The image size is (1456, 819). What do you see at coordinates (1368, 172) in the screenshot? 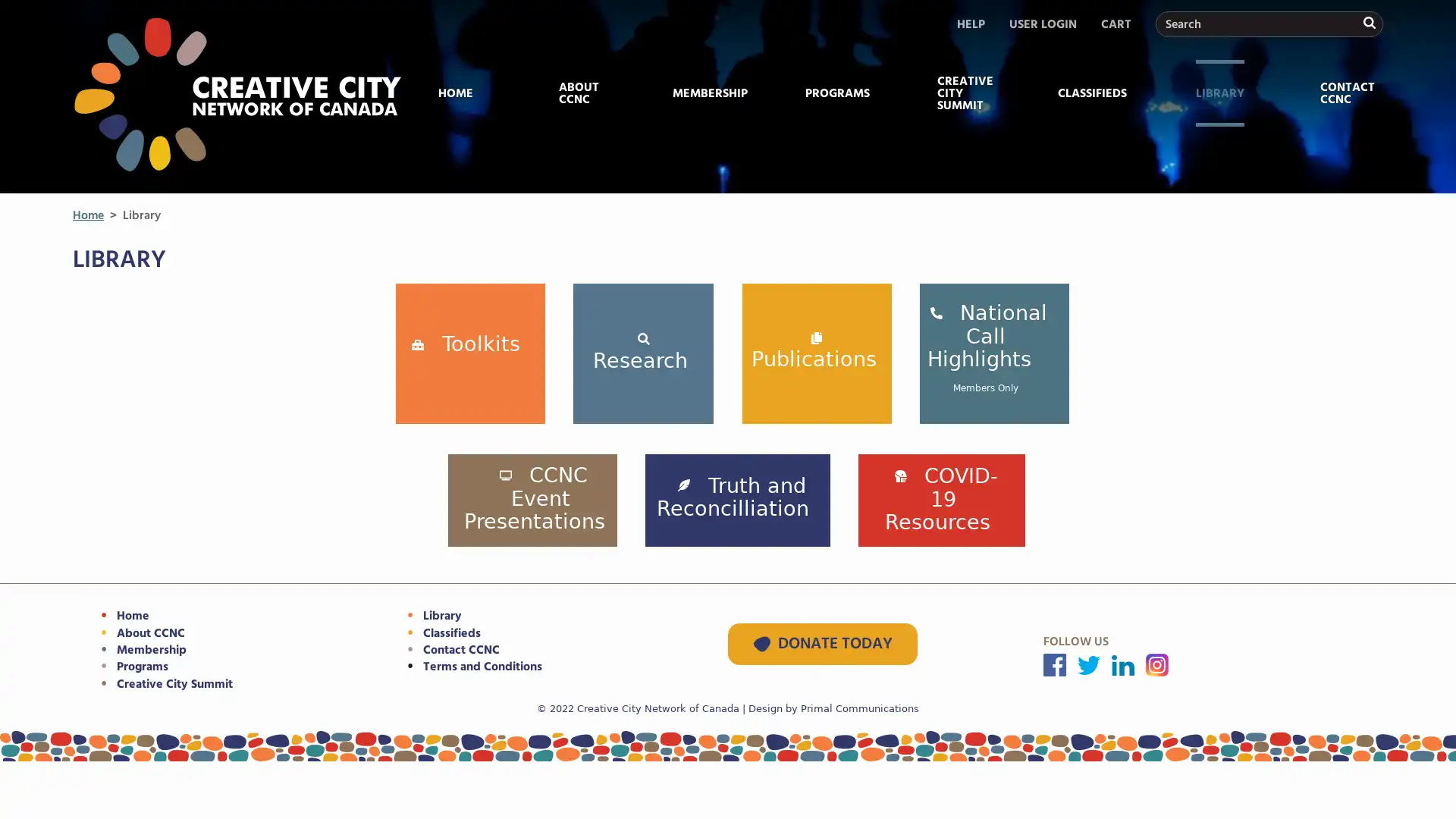
I see `Ignore` at bounding box center [1368, 172].